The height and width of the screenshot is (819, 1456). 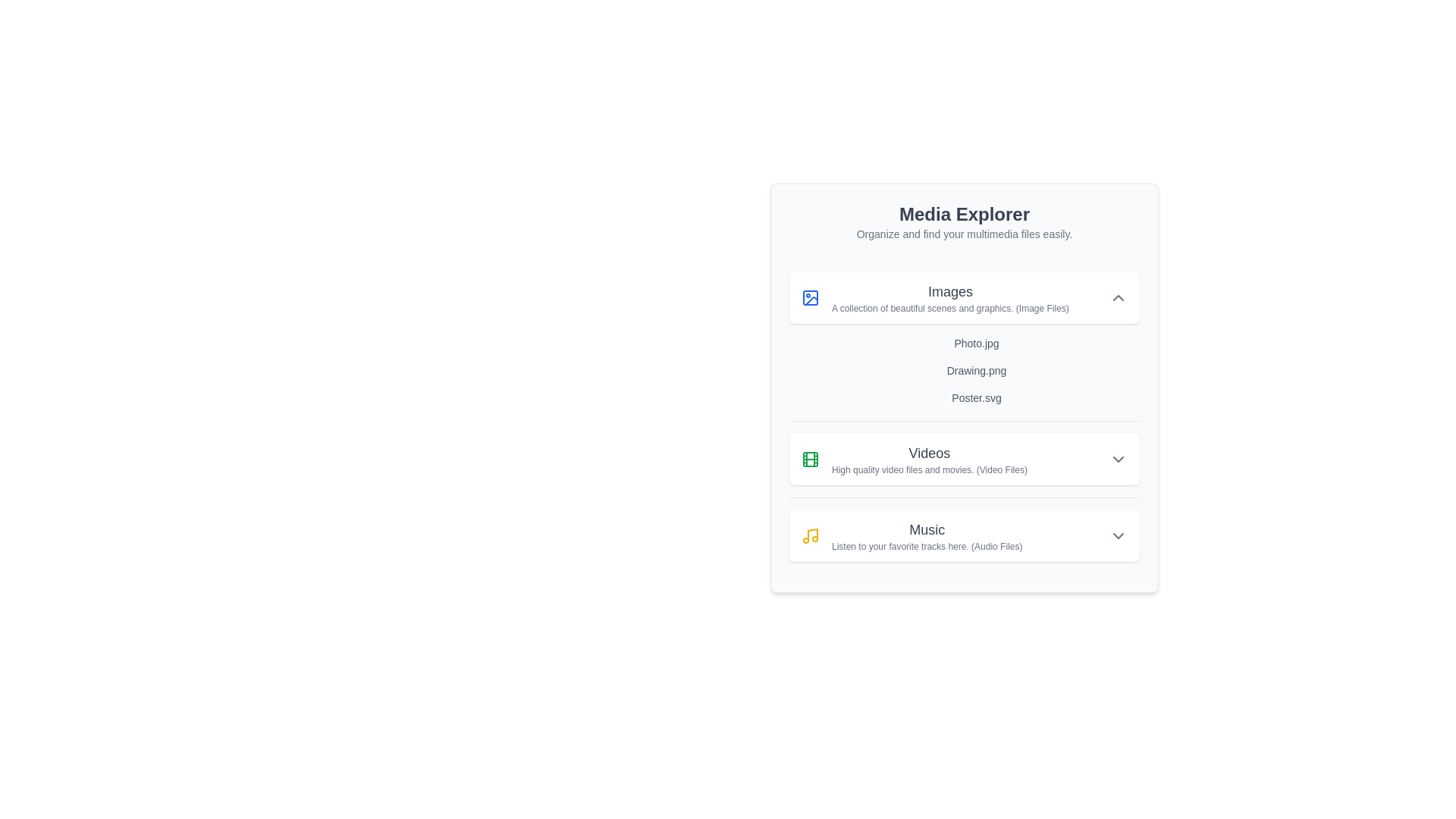 What do you see at coordinates (810, 458) in the screenshot?
I see `the green filmstrip icon located to the left of the 'Videos' section, which has several vertical cuts separating the frames` at bounding box center [810, 458].